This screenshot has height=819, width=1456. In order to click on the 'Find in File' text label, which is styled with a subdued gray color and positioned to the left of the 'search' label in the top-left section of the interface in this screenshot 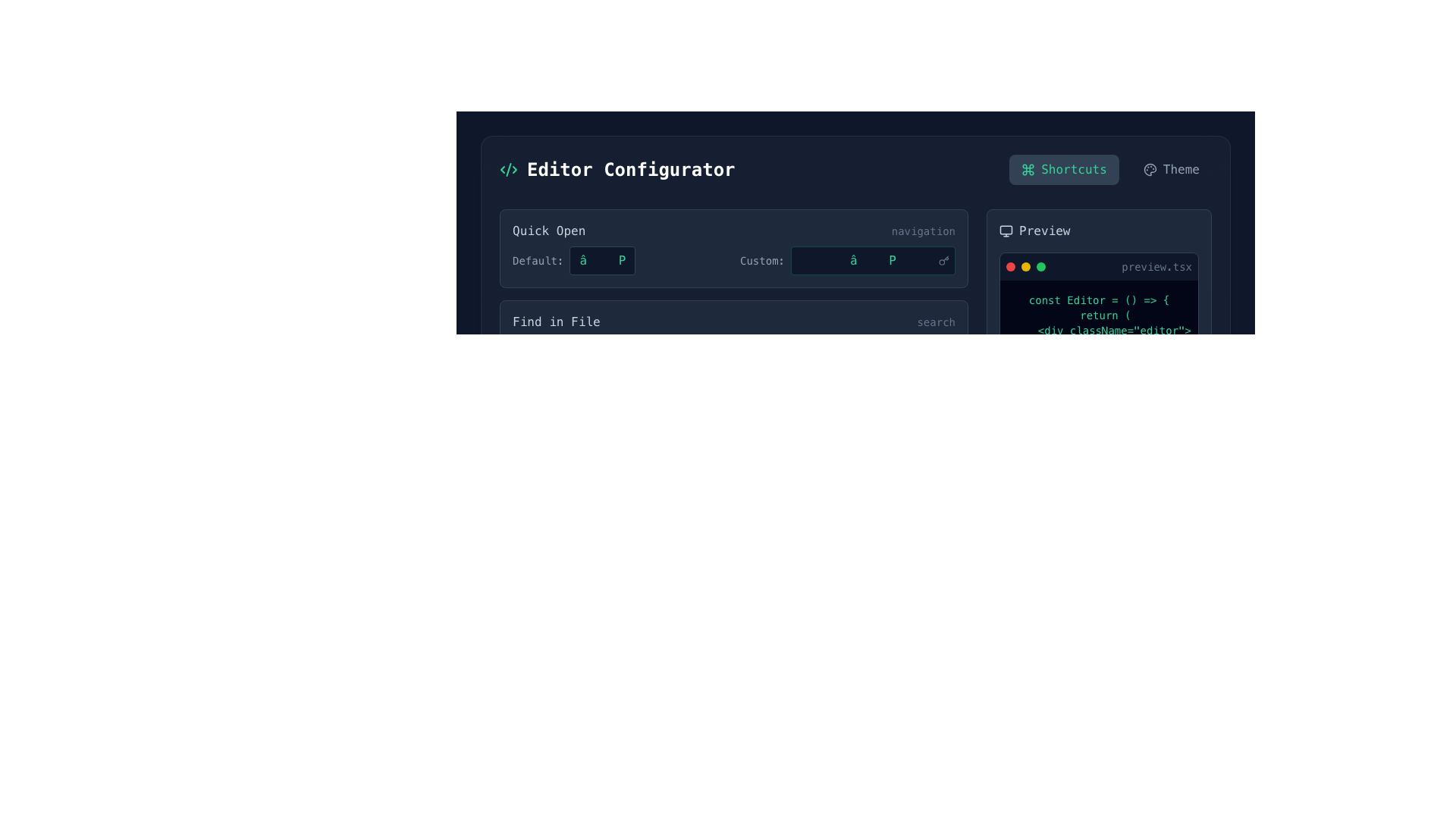, I will do `click(555, 321)`.